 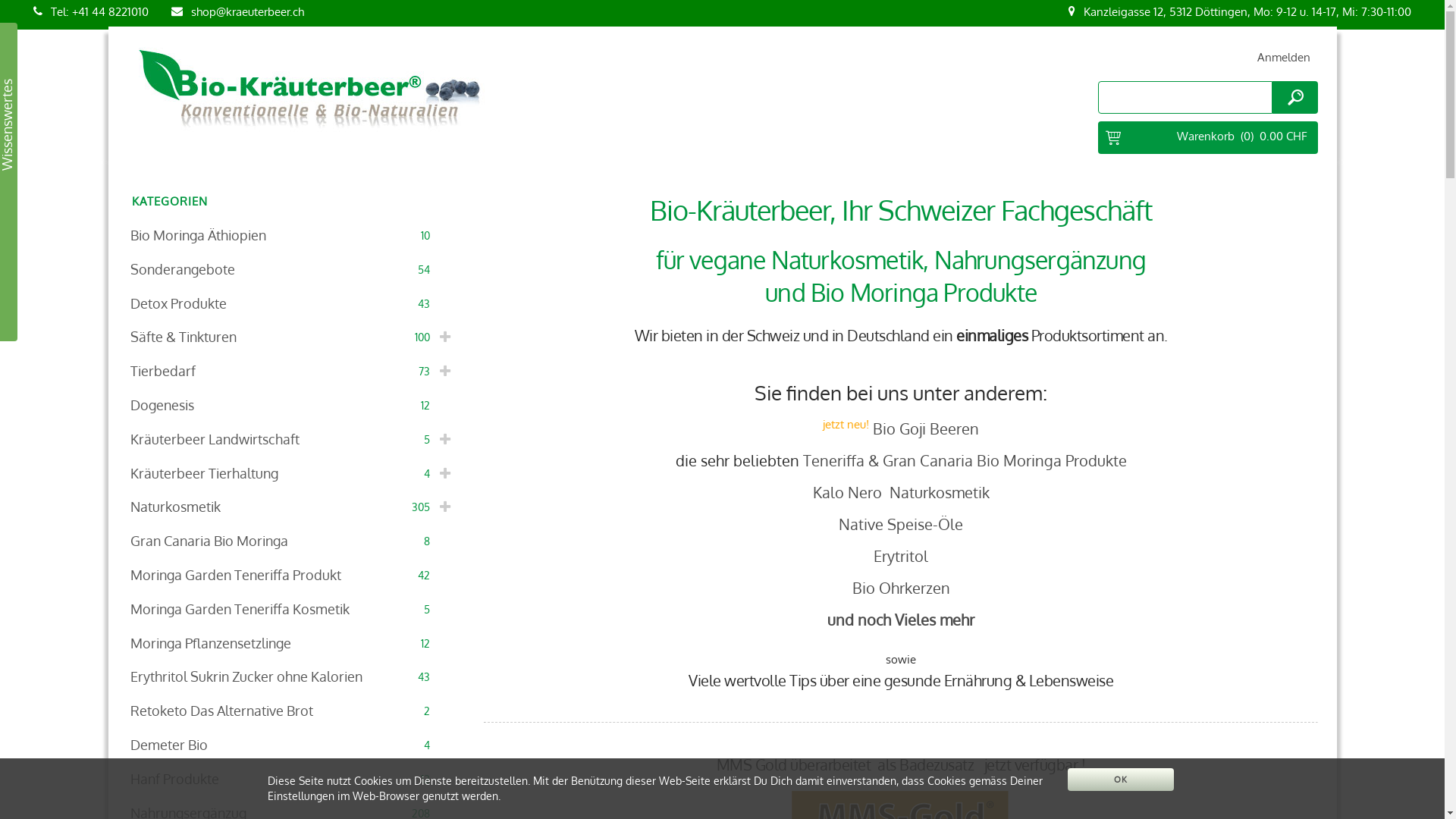 What do you see at coordinates (901, 587) in the screenshot?
I see `'Bio Ohrkerzen'` at bounding box center [901, 587].